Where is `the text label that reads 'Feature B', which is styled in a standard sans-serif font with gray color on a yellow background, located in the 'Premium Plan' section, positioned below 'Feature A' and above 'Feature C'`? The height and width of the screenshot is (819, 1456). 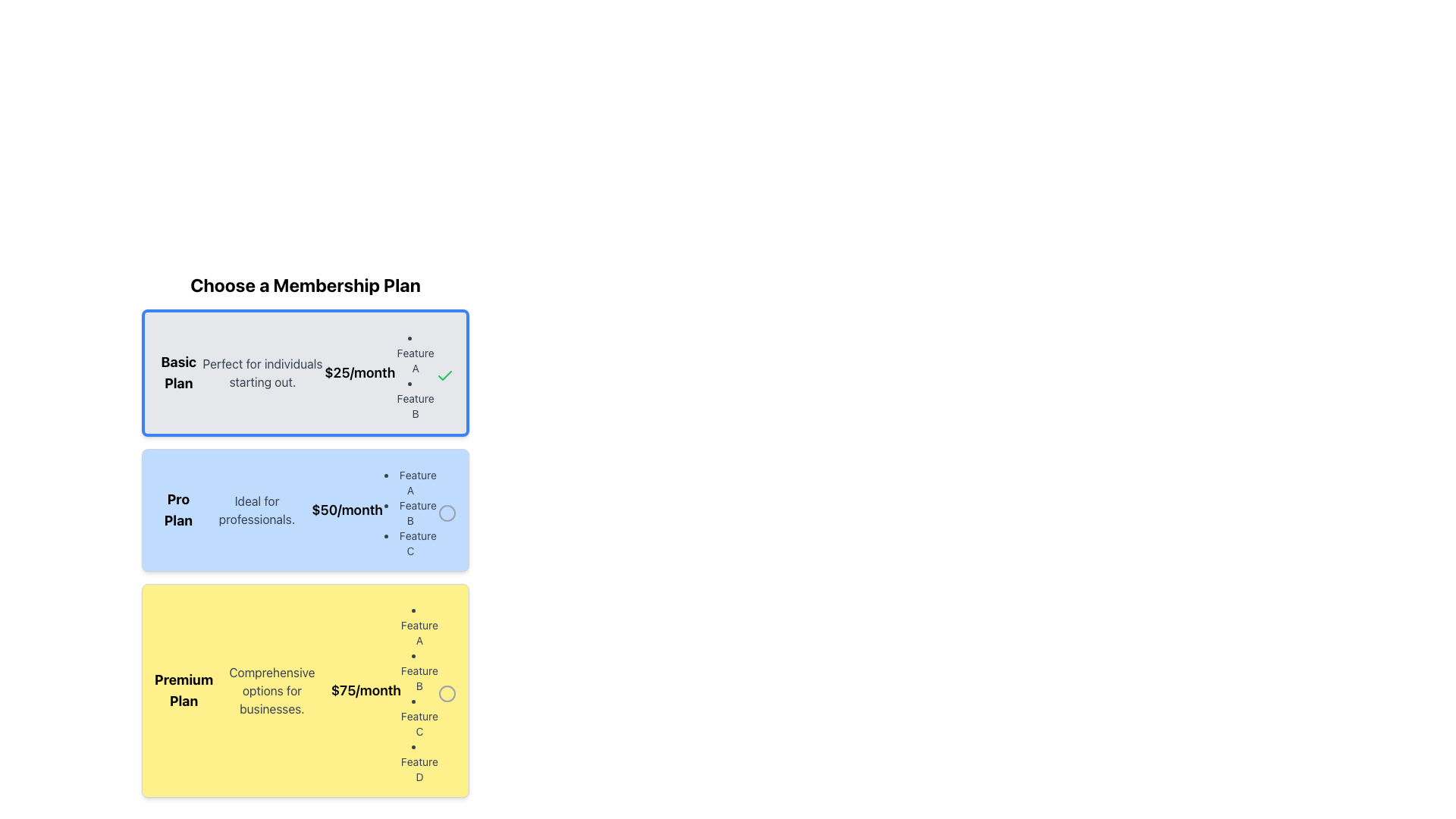
the text label that reads 'Feature B', which is styled in a standard sans-serif font with gray color on a yellow background, located in the 'Premium Plan' section, positioned below 'Feature A' and above 'Feature C' is located at coordinates (419, 670).